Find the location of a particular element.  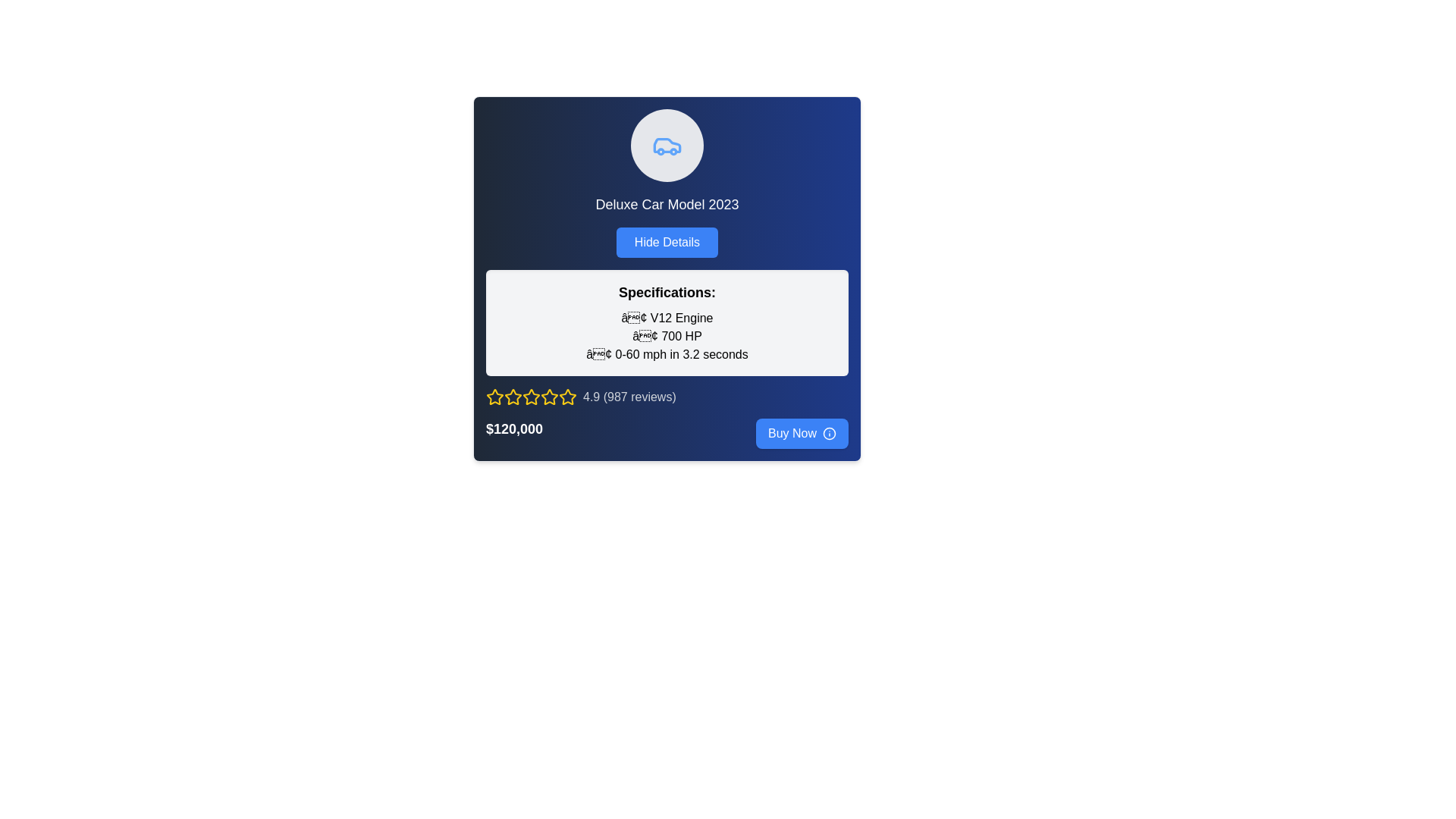

the sixth star icon in the rating system is located at coordinates (548, 397).